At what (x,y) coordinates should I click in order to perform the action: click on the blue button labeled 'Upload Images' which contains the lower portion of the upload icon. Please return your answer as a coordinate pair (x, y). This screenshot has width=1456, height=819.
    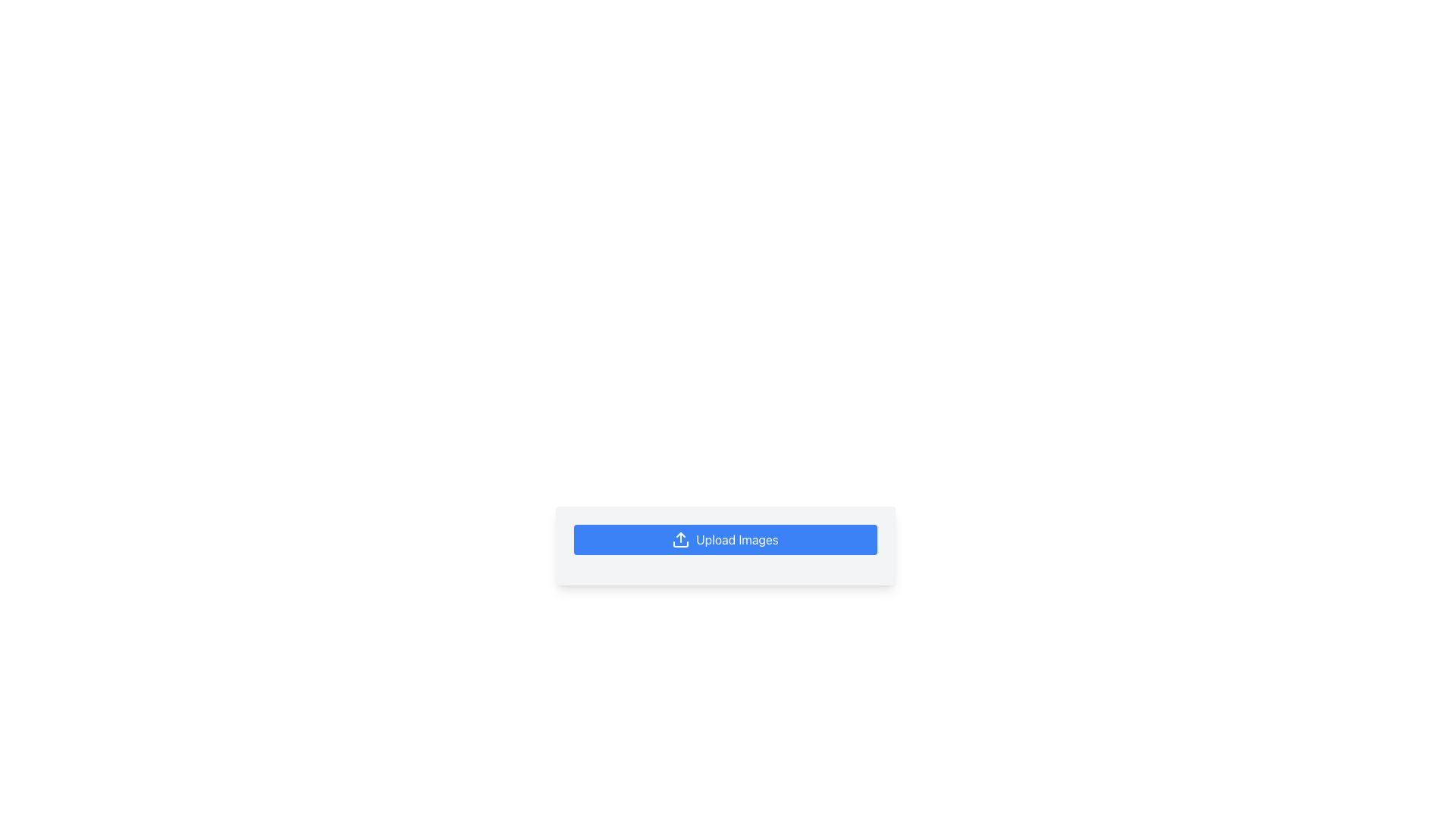
    Looking at the image, I should click on (679, 543).